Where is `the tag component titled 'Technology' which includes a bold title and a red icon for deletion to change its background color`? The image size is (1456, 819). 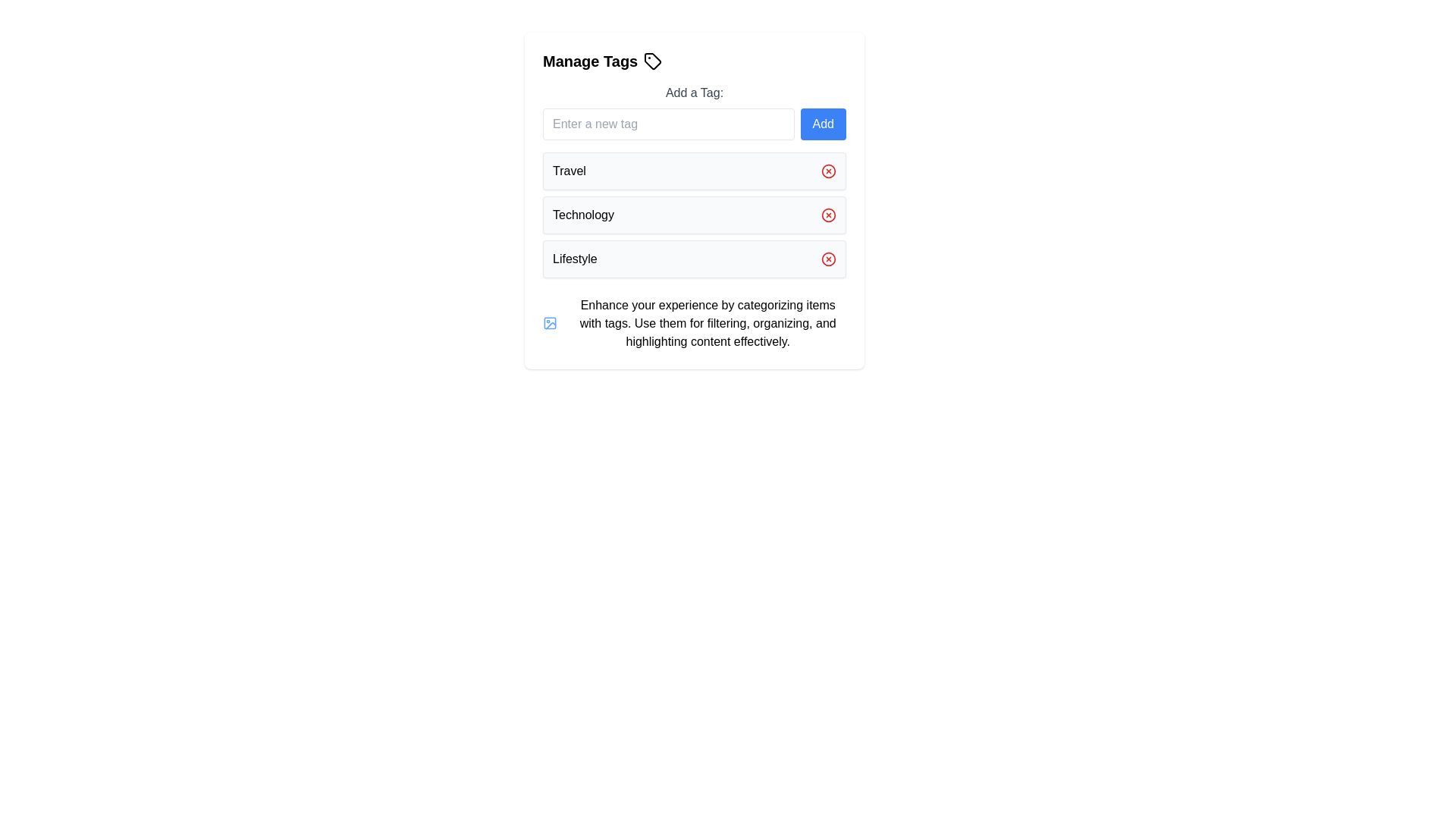
the tag component titled 'Technology' which includes a bold title and a red icon for deletion to change its background color is located at coordinates (694, 215).